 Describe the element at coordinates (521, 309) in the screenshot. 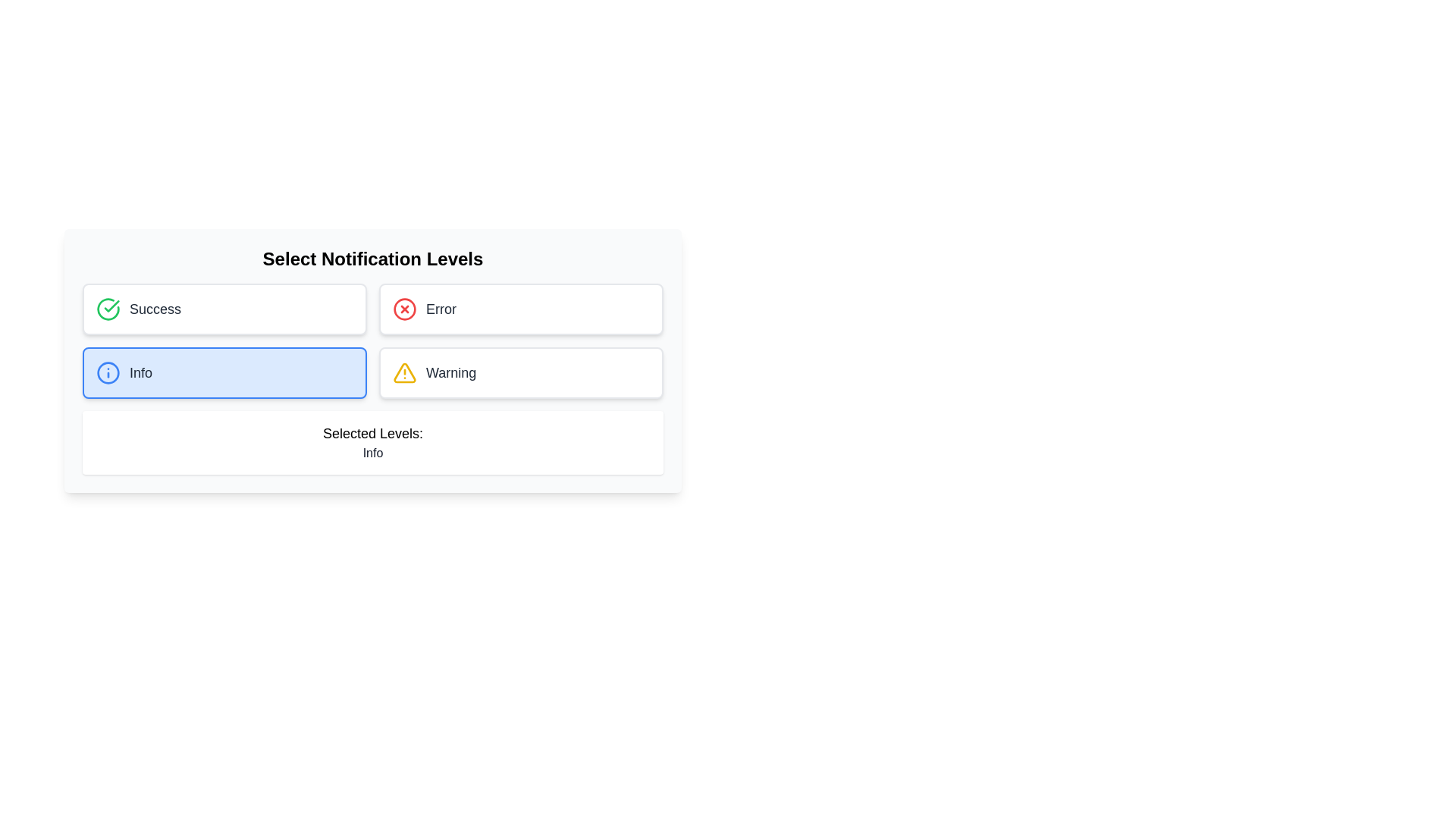

I see `the Error notification button` at that location.